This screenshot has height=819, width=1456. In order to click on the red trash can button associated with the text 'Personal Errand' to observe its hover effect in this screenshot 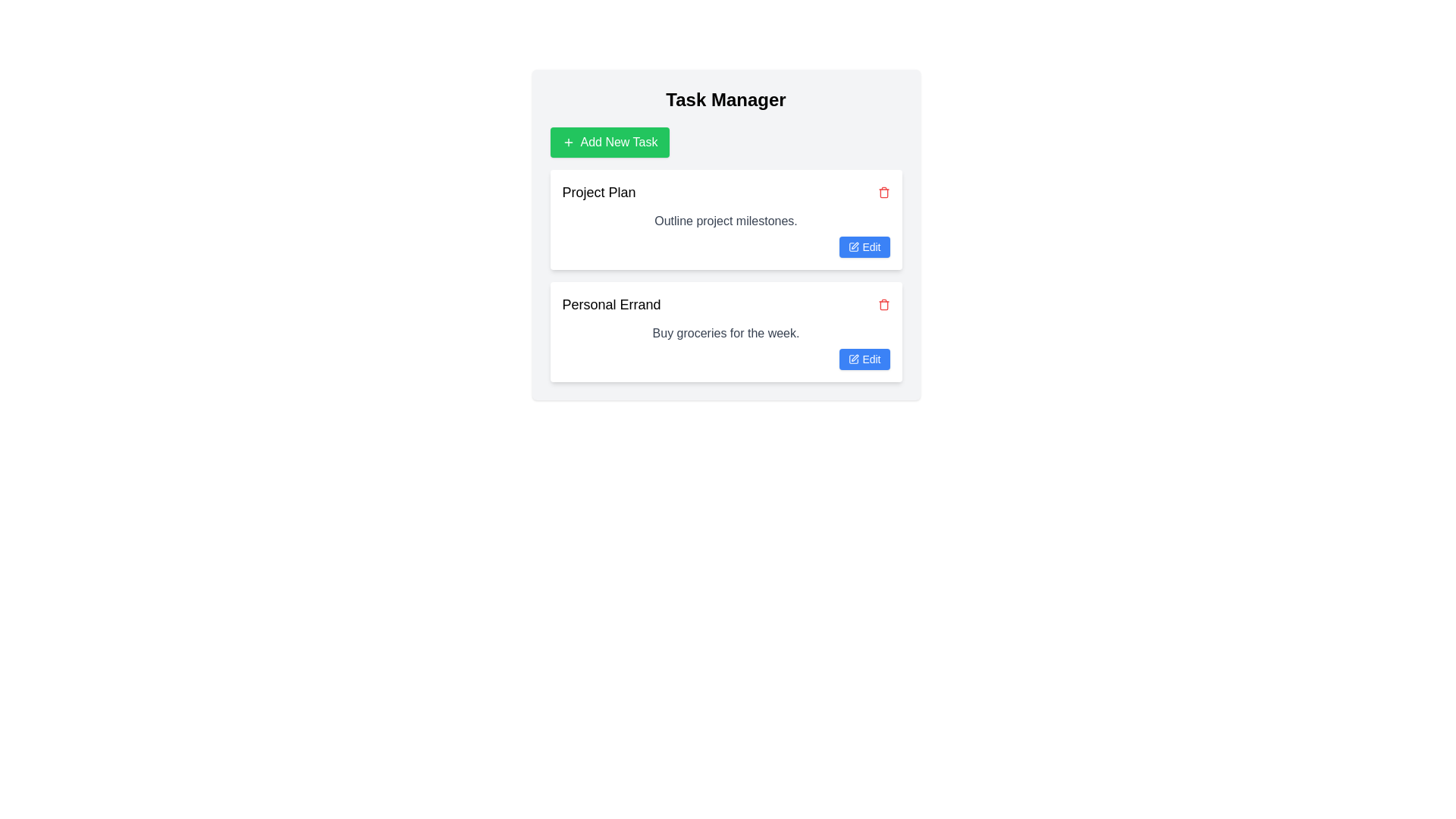, I will do `click(883, 304)`.